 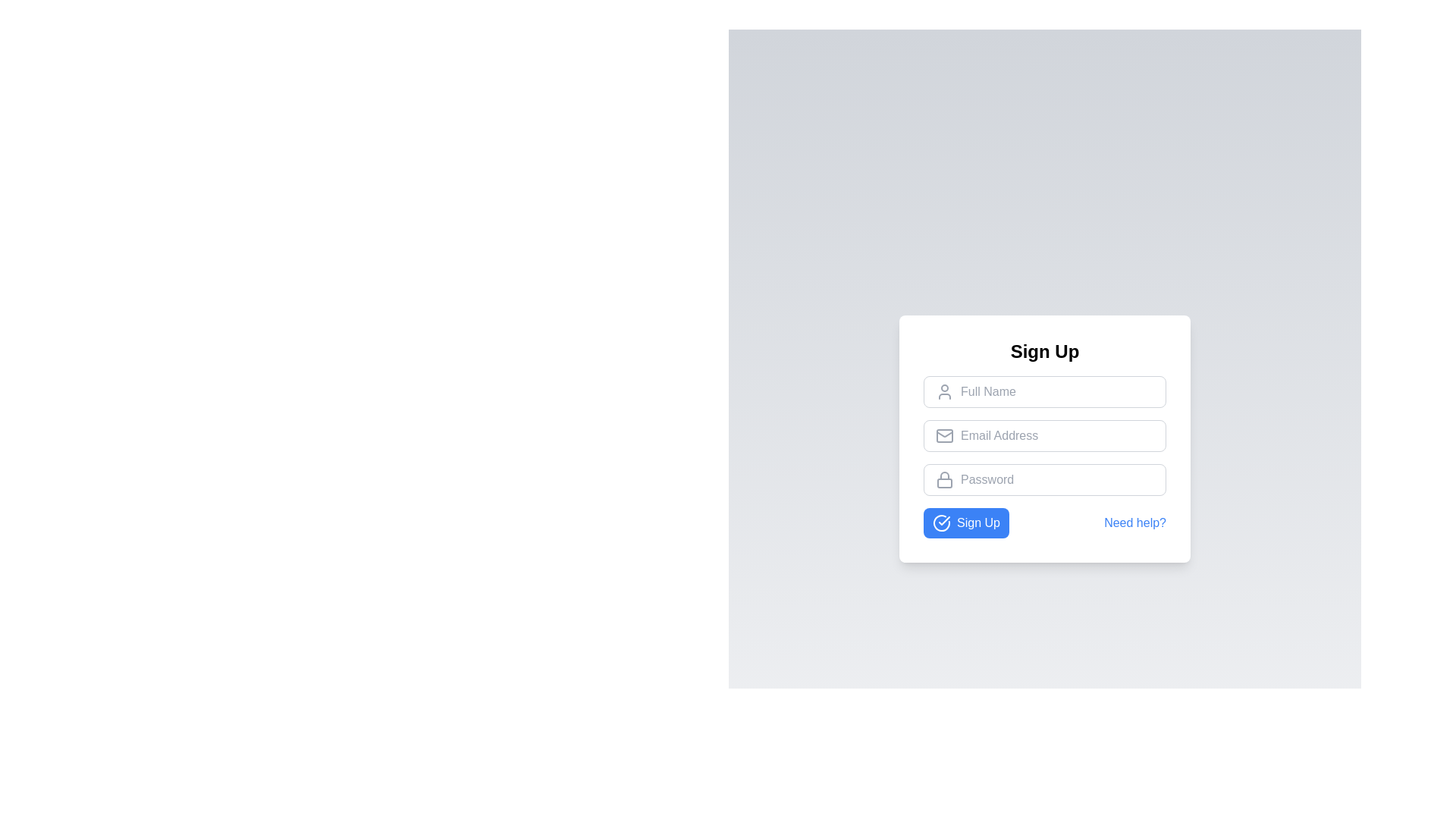 What do you see at coordinates (1043, 435) in the screenshot?
I see `the email input field located` at bounding box center [1043, 435].